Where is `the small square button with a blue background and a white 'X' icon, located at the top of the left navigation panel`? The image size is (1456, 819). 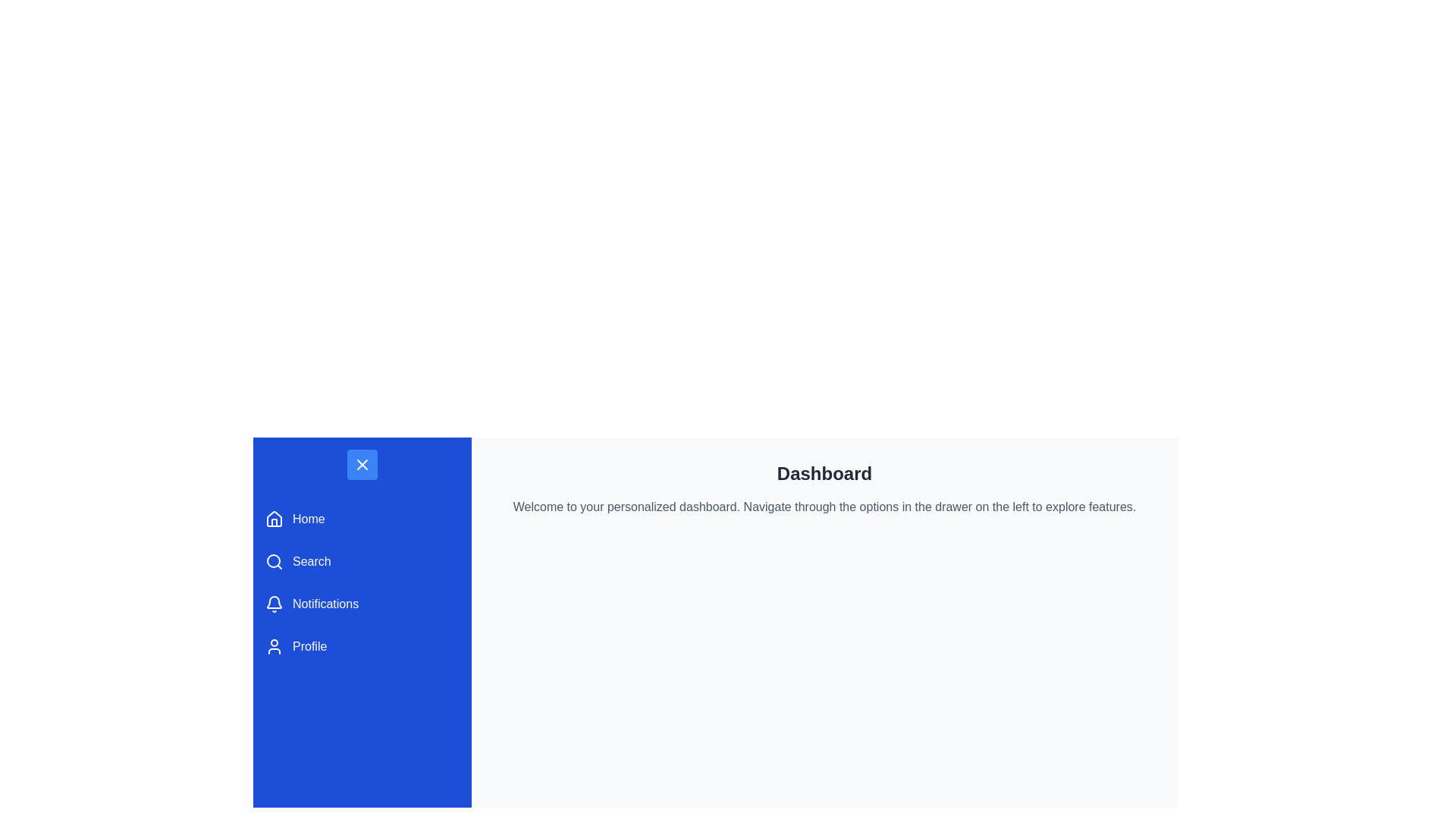
the small square button with a blue background and a white 'X' icon, located at the top of the left navigation panel is located at coordinates (362, 464).